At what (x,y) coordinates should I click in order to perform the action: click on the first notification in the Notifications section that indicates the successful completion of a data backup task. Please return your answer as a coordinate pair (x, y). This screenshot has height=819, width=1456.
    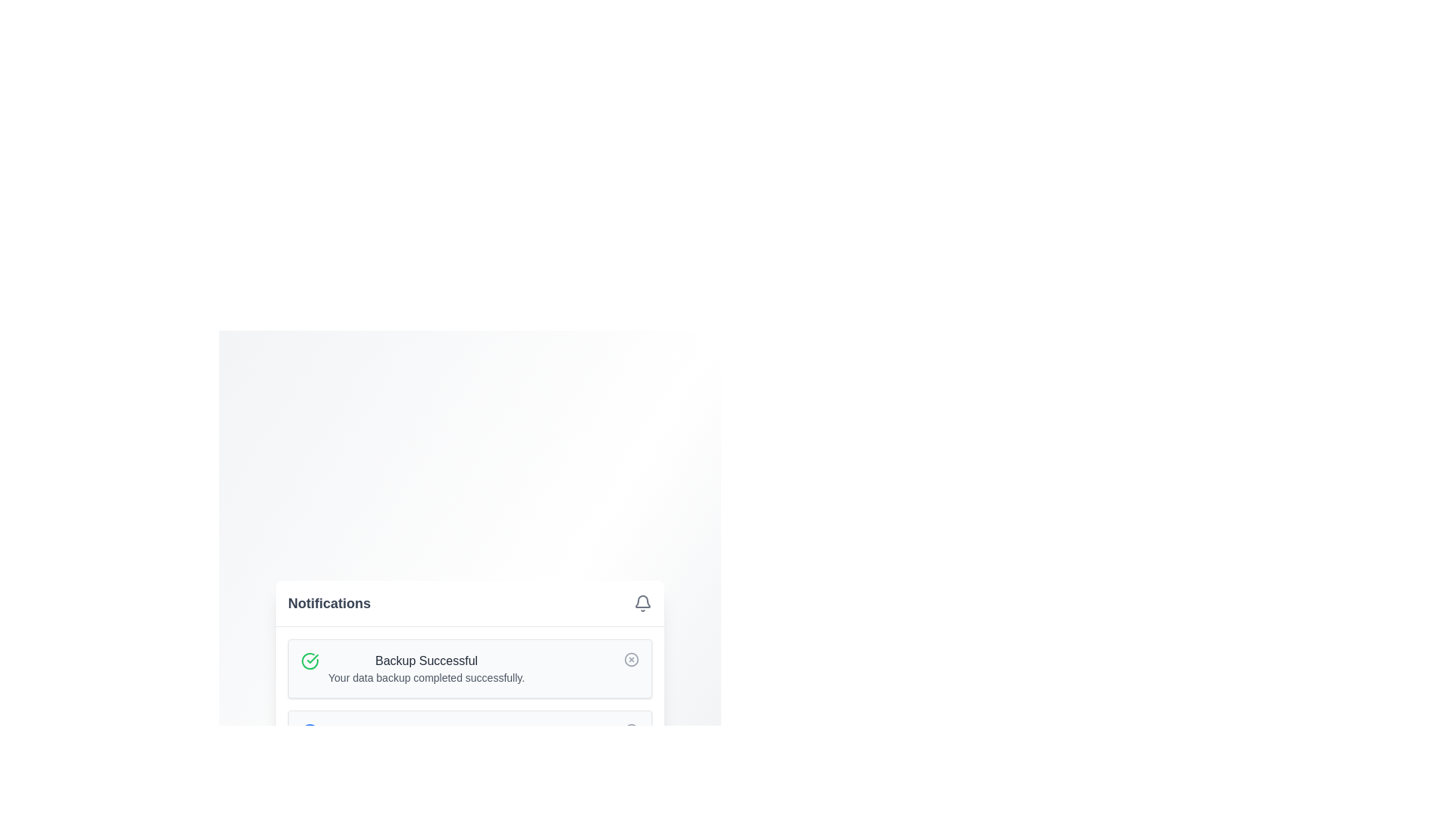
    Looking at the image, I should click on (469, 668).